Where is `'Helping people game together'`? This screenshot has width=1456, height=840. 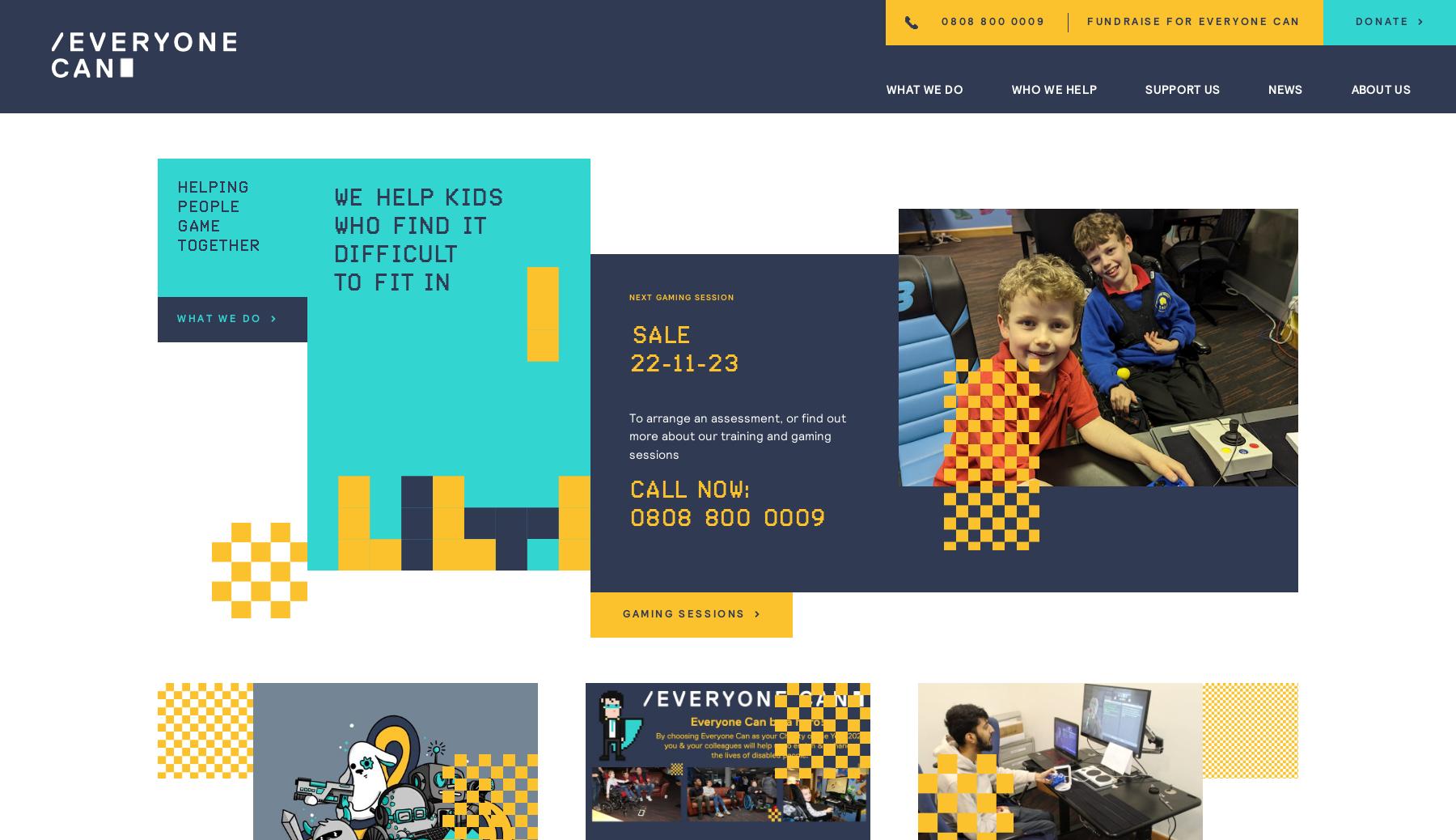 'Helping people game together' is located at coordinates (218, 217).